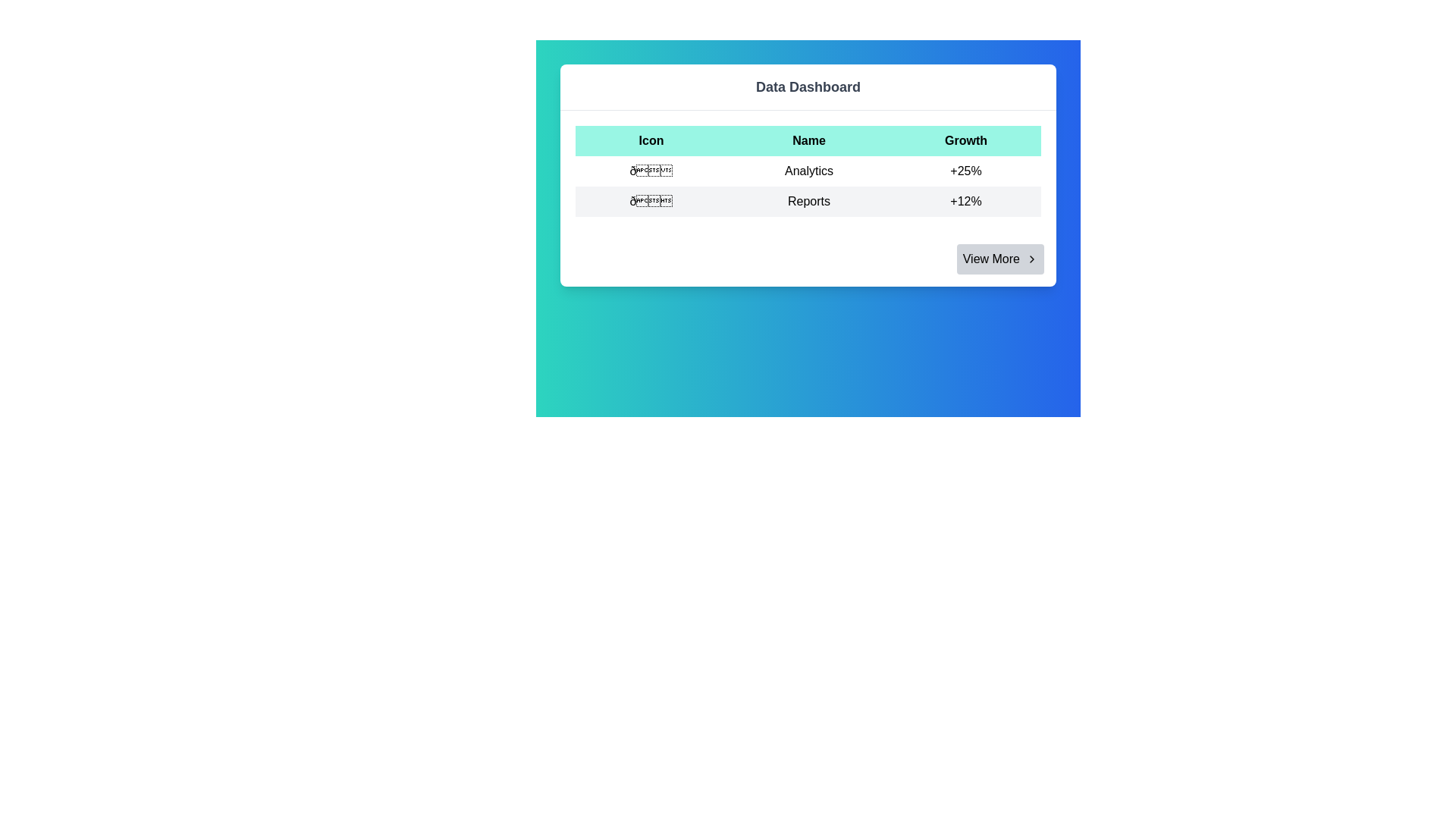  What do you see at coordinates (808, 171) in the screenshot?
I see `the 'Analytics' text label in the second row under the 'Name' column of the Data Dashboard` at bounding box center [808, 171].